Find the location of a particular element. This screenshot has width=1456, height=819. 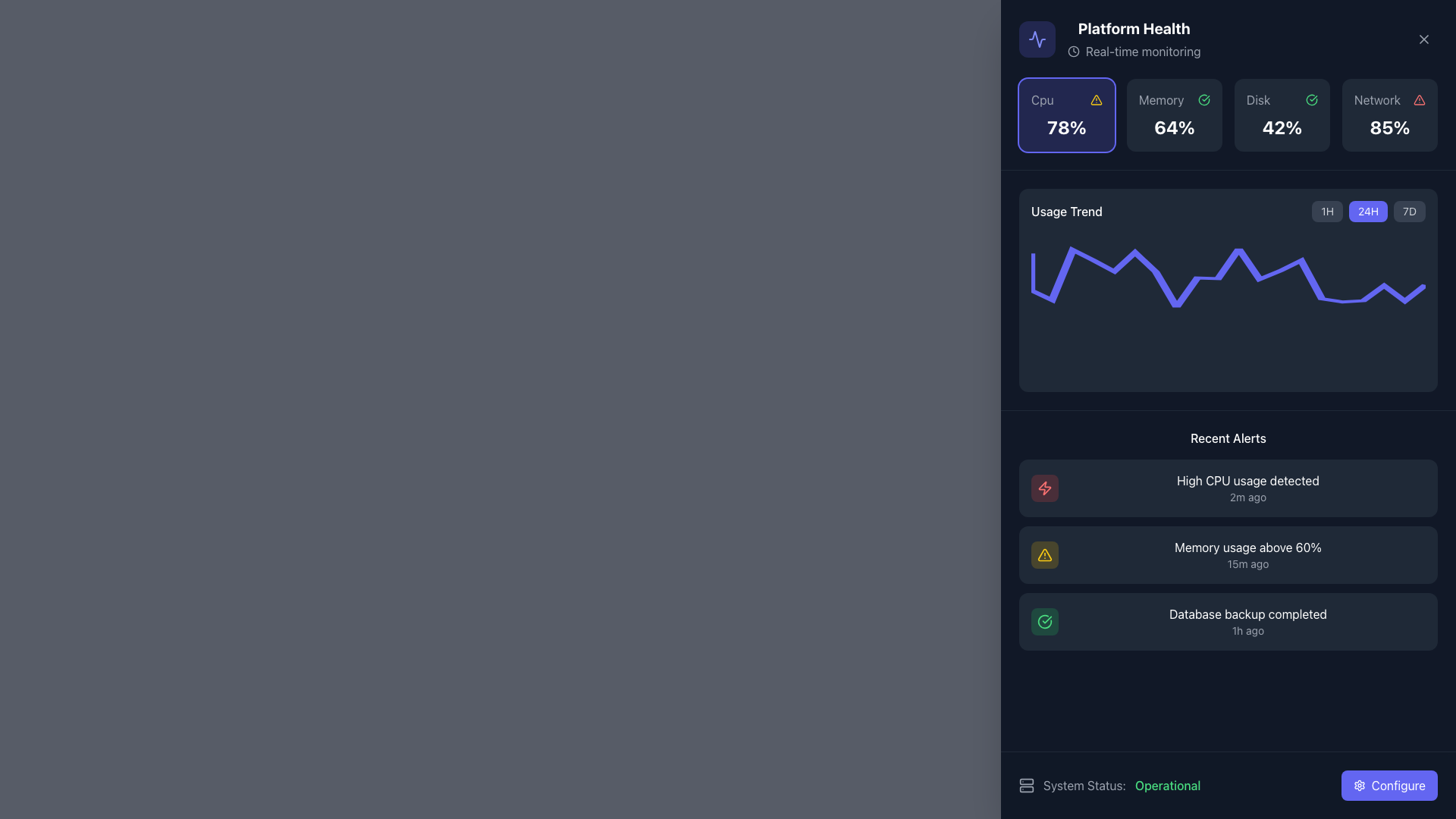

the Status Card in the fourth position of the grid is located at coordinates (1390, 114).